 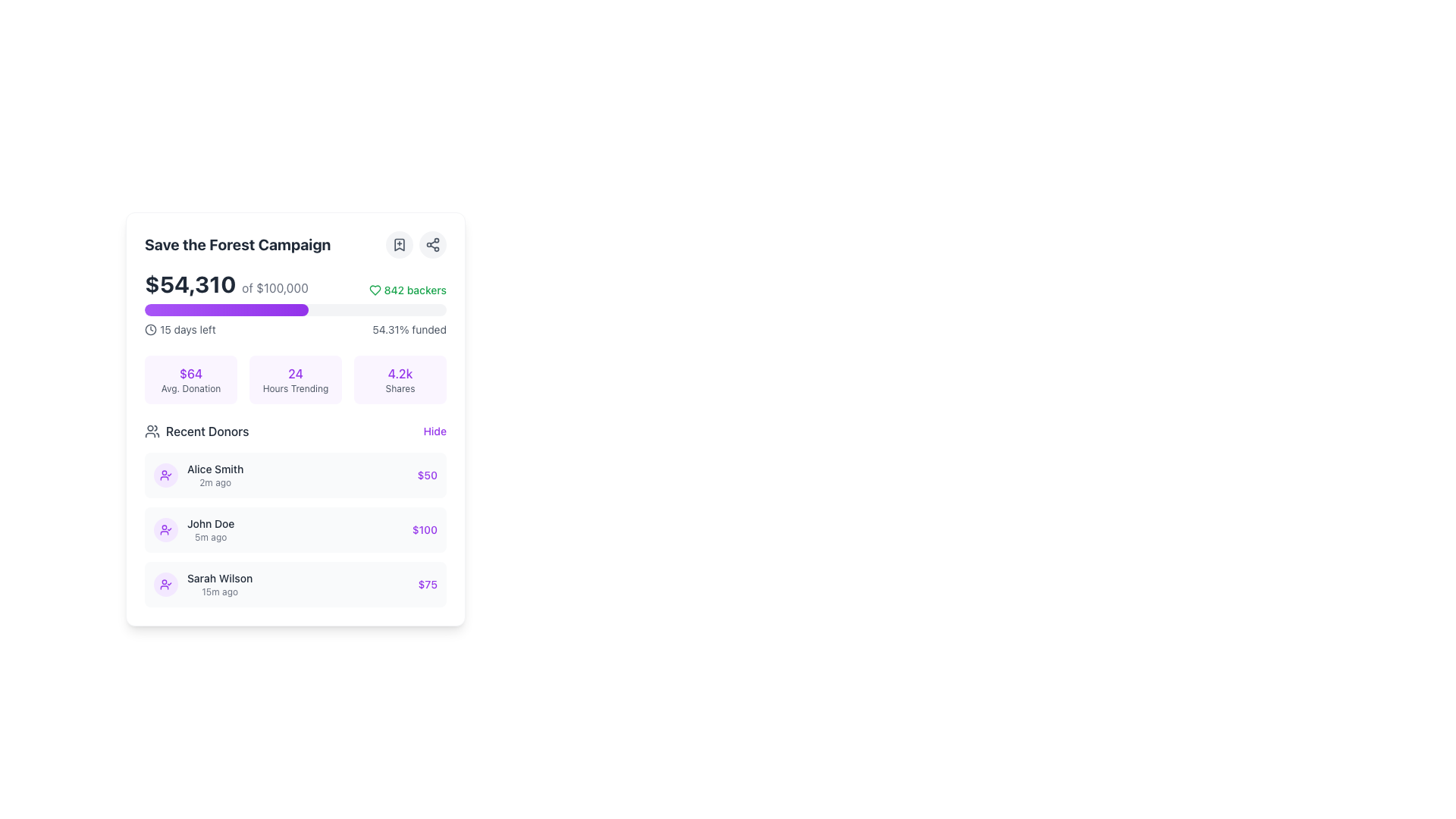 I want to click on the share icon button located, so click(x=432, y=244).